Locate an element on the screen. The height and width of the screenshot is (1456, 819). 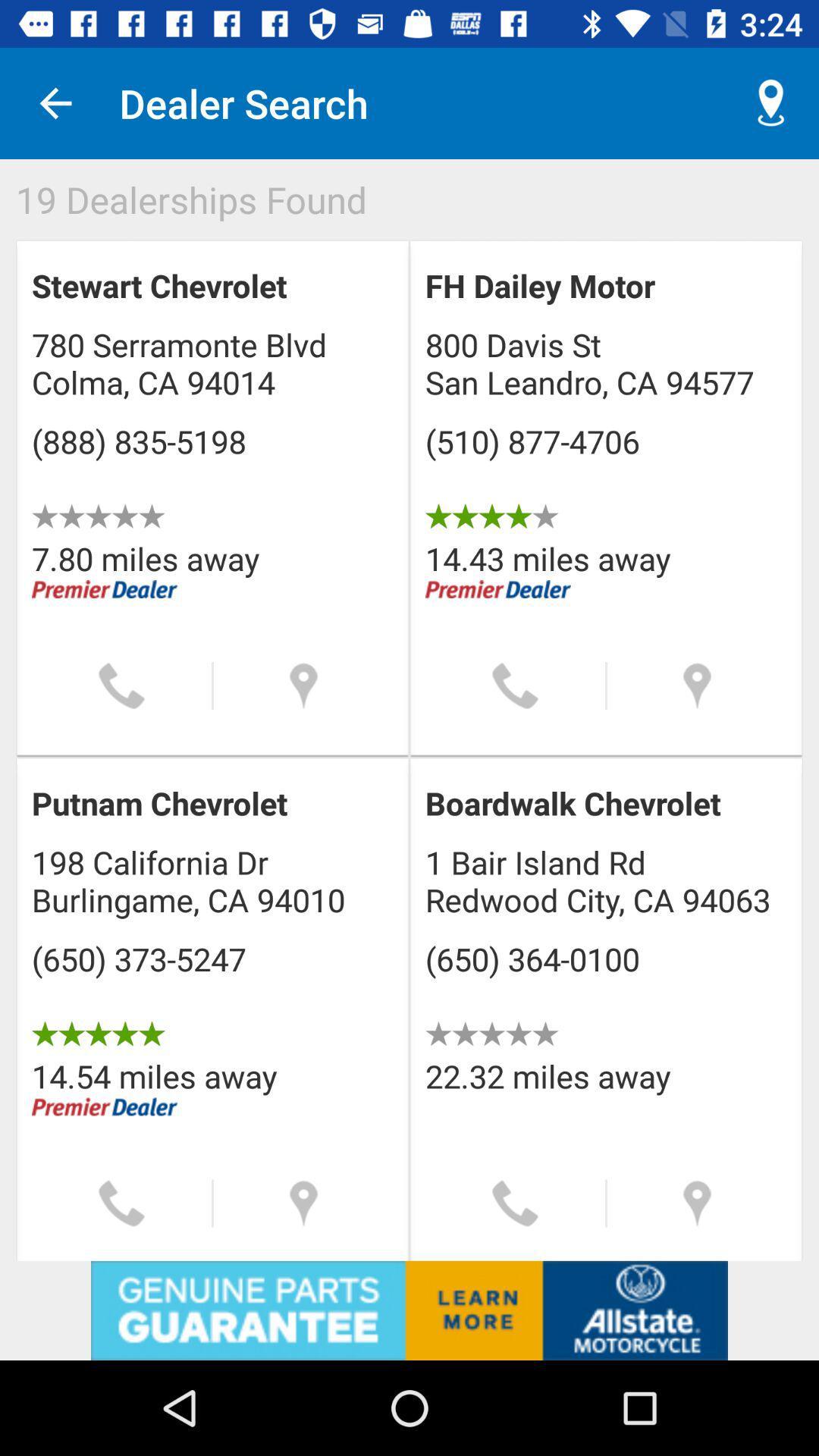
call the number is located at coordinates (514, 685).